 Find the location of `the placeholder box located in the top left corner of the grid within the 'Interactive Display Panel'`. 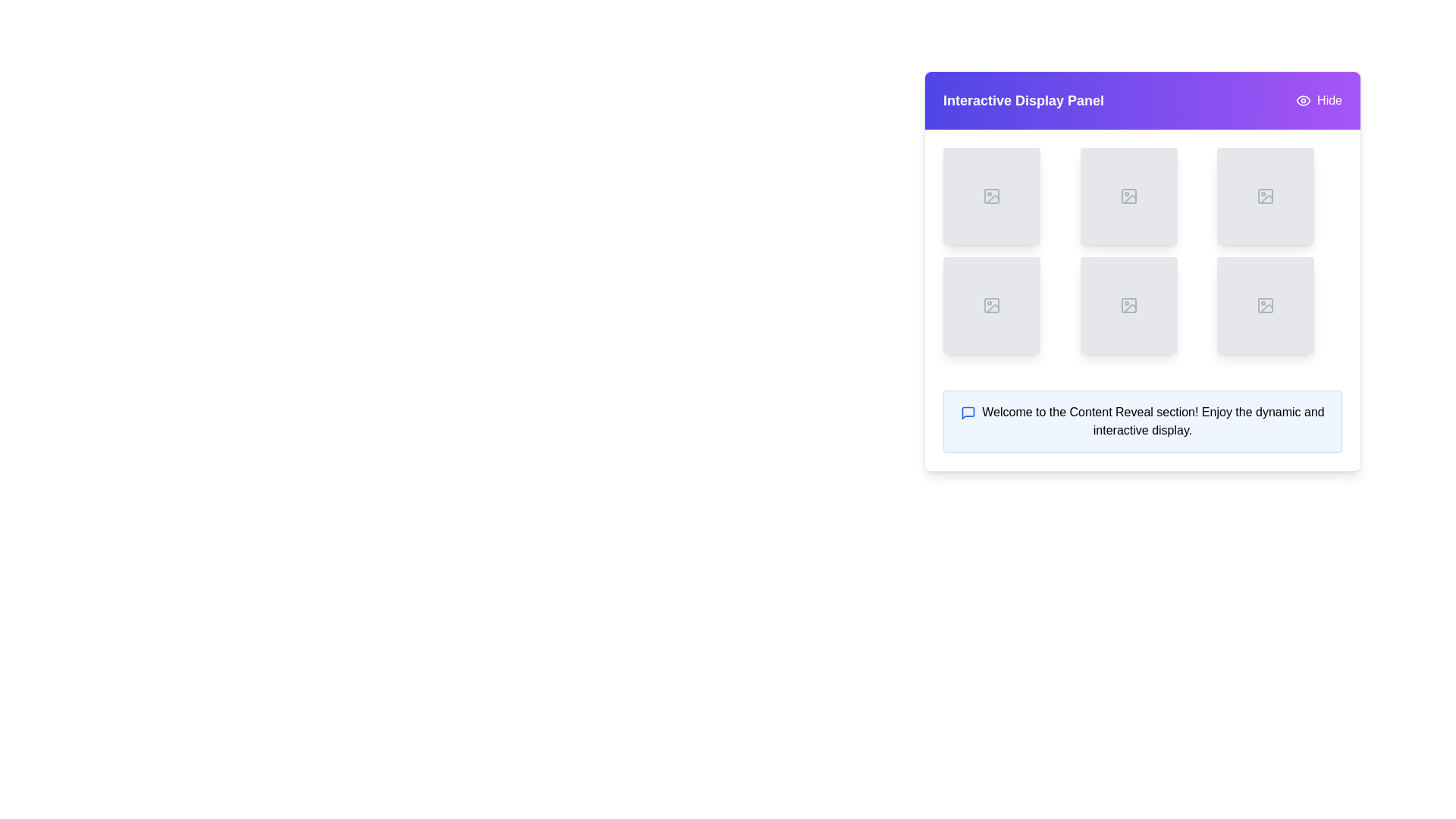

the placeholder box located in the top left corner of the grid within the 'Interactive Display Panel' is located at coordinates (992, 195).